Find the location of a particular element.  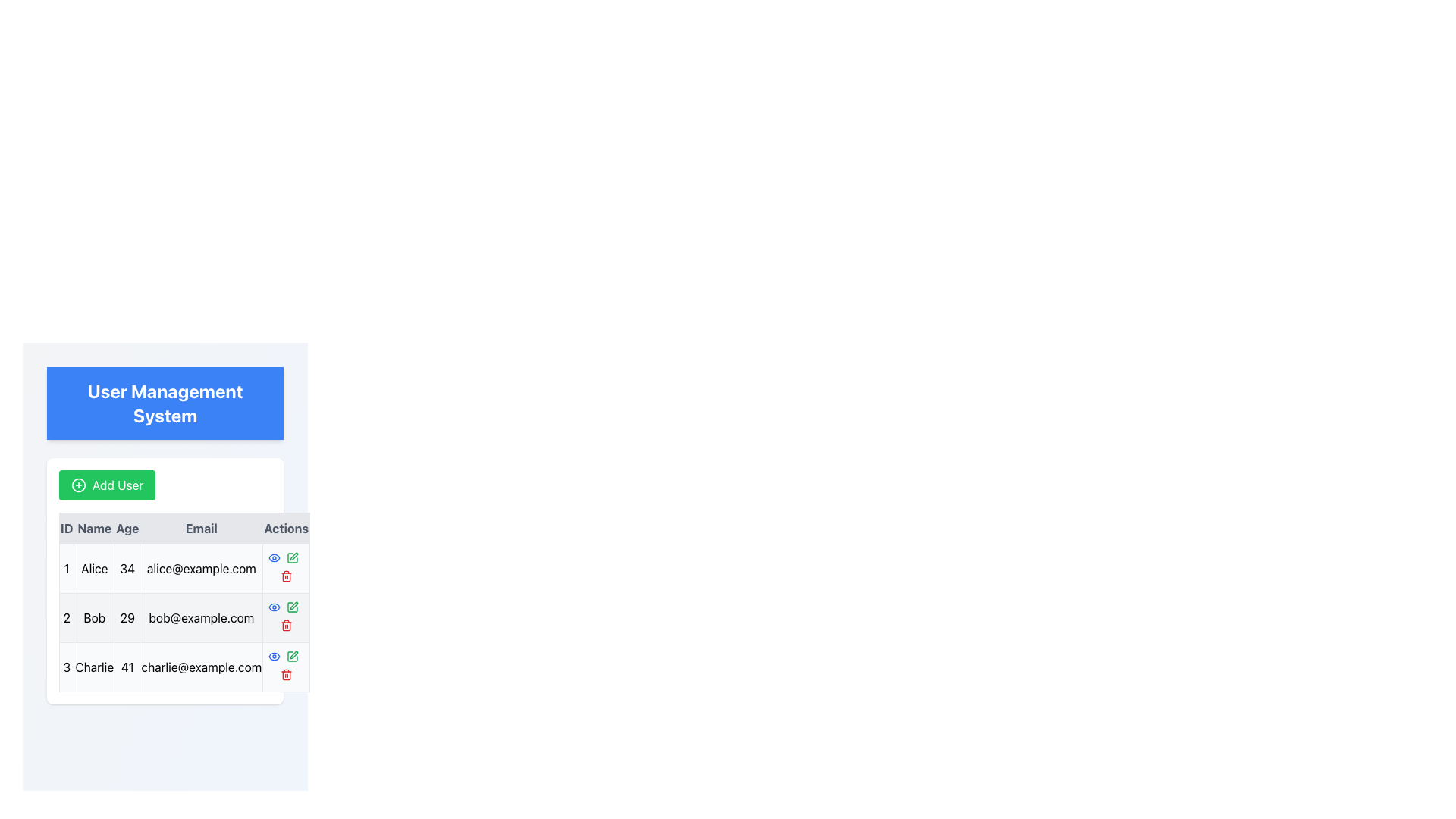

the small, blue-colored eye icon in the 'Actions' column of the second row corresponding to 'Bob' is located at coordinates (274, 558).